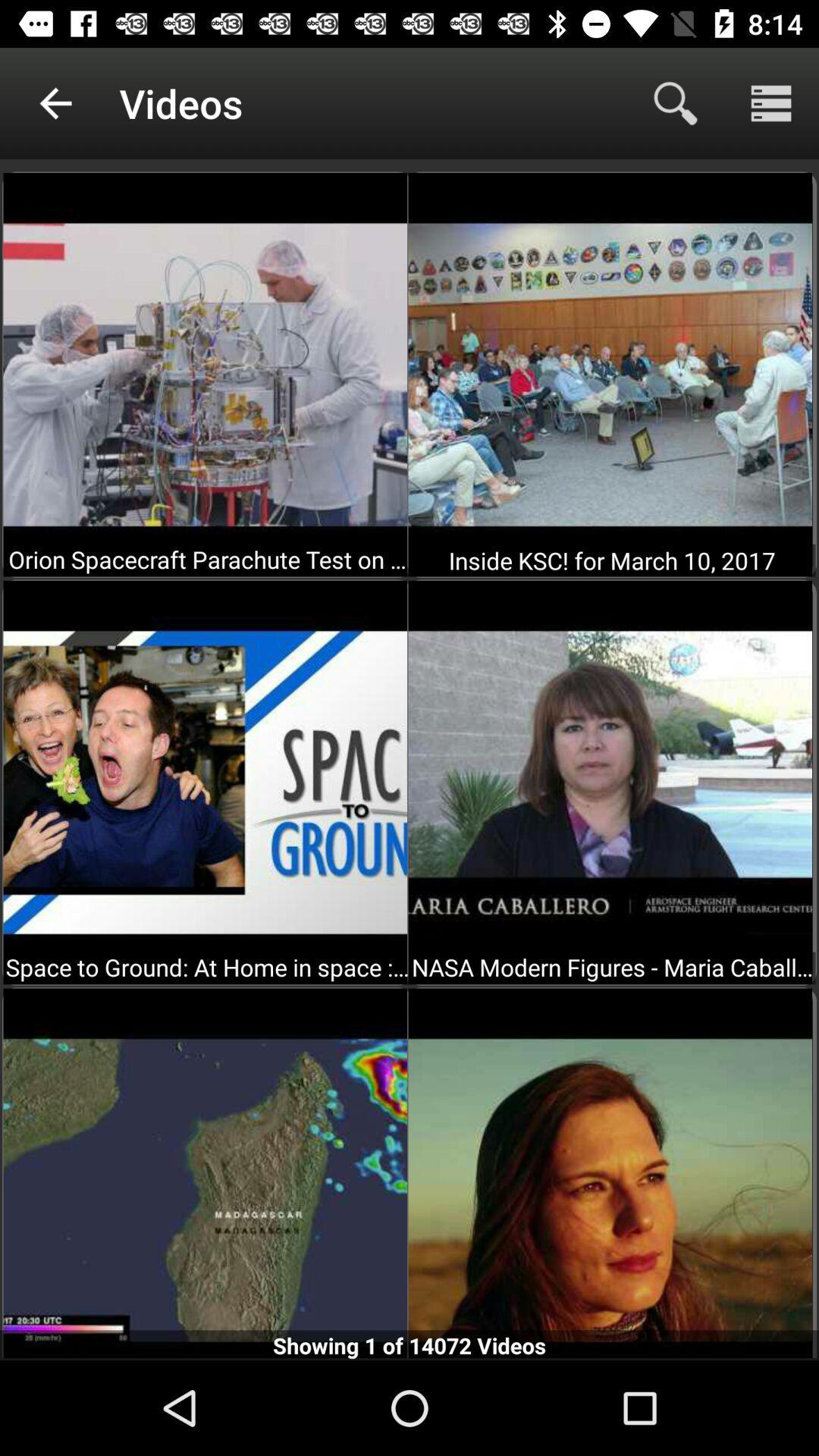 This screenshot has height=1456, width=819. Describe the element at coordinates (55, 102) in the screenshot. I see `icon to the left of the videos item` at that location.